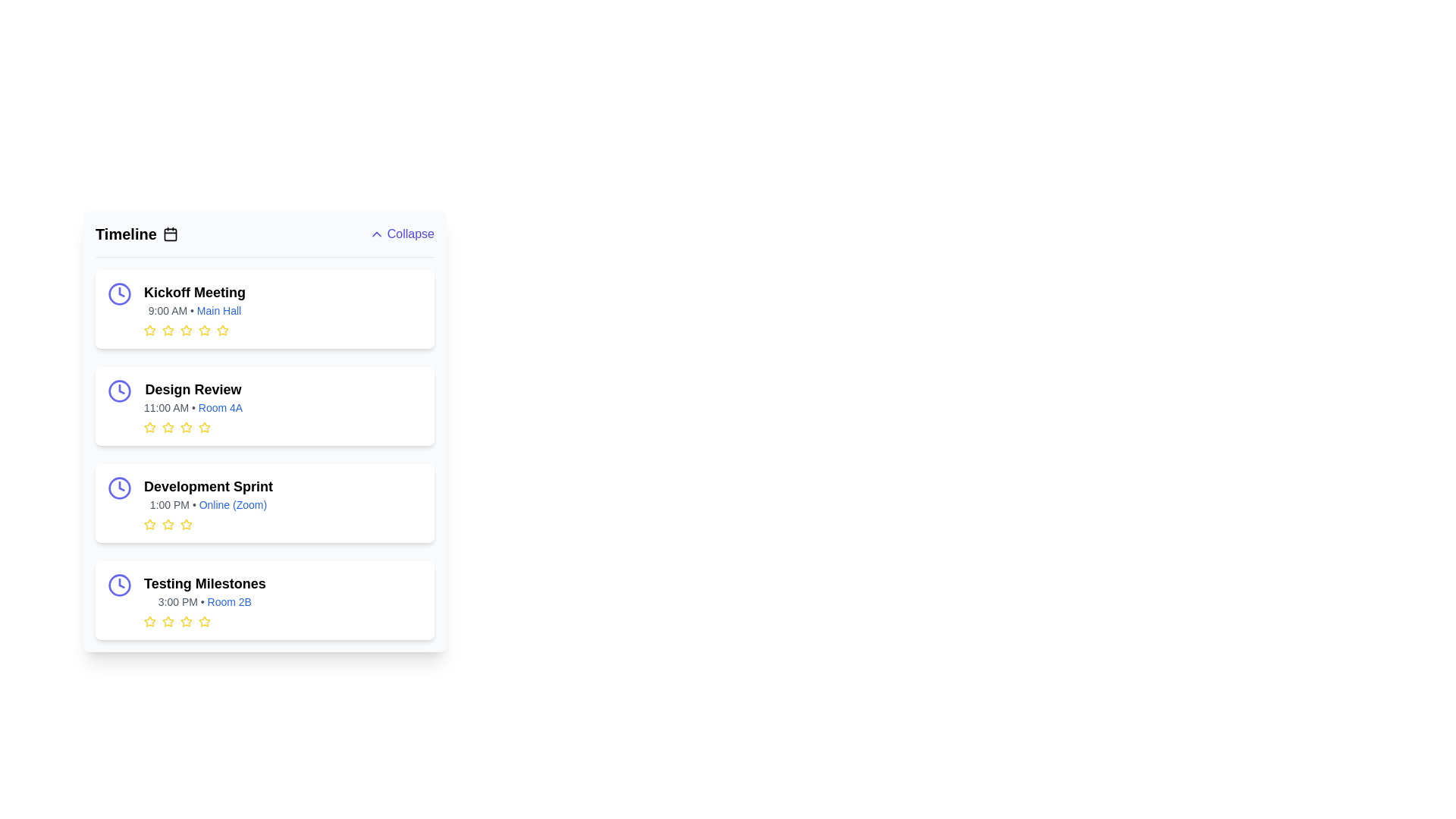 The width and height of the screenshot is (1456, 819). Describe the element at coordinates (203, 329) in the screenshot. I see `the 5th star in the visual rating system below the 'Kickoff Meeting' text to rate it` at that location.